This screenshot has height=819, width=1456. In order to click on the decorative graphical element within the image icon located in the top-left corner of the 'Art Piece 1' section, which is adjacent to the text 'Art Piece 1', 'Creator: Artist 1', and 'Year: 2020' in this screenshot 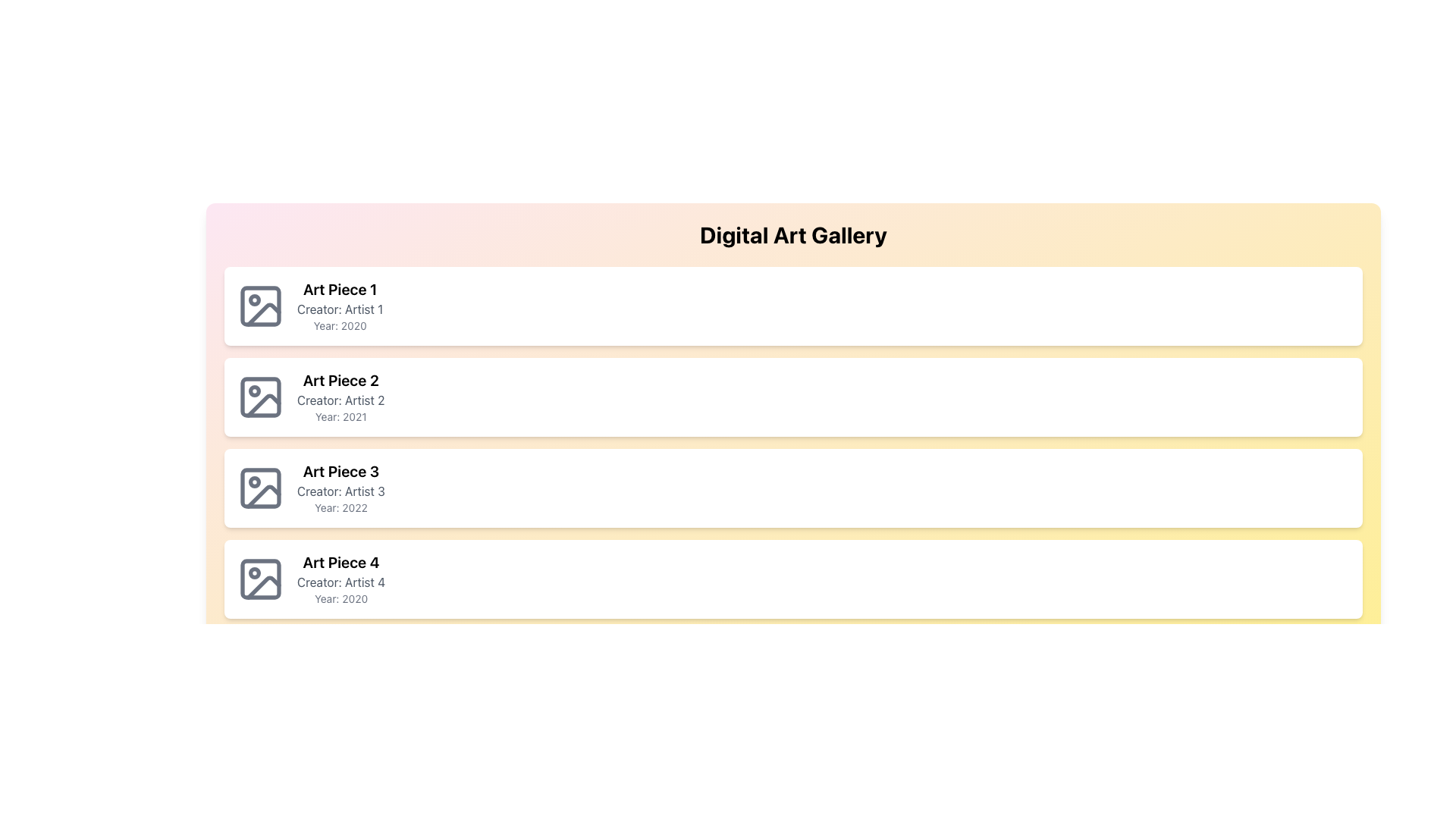, I will do `click(261, 306)`.